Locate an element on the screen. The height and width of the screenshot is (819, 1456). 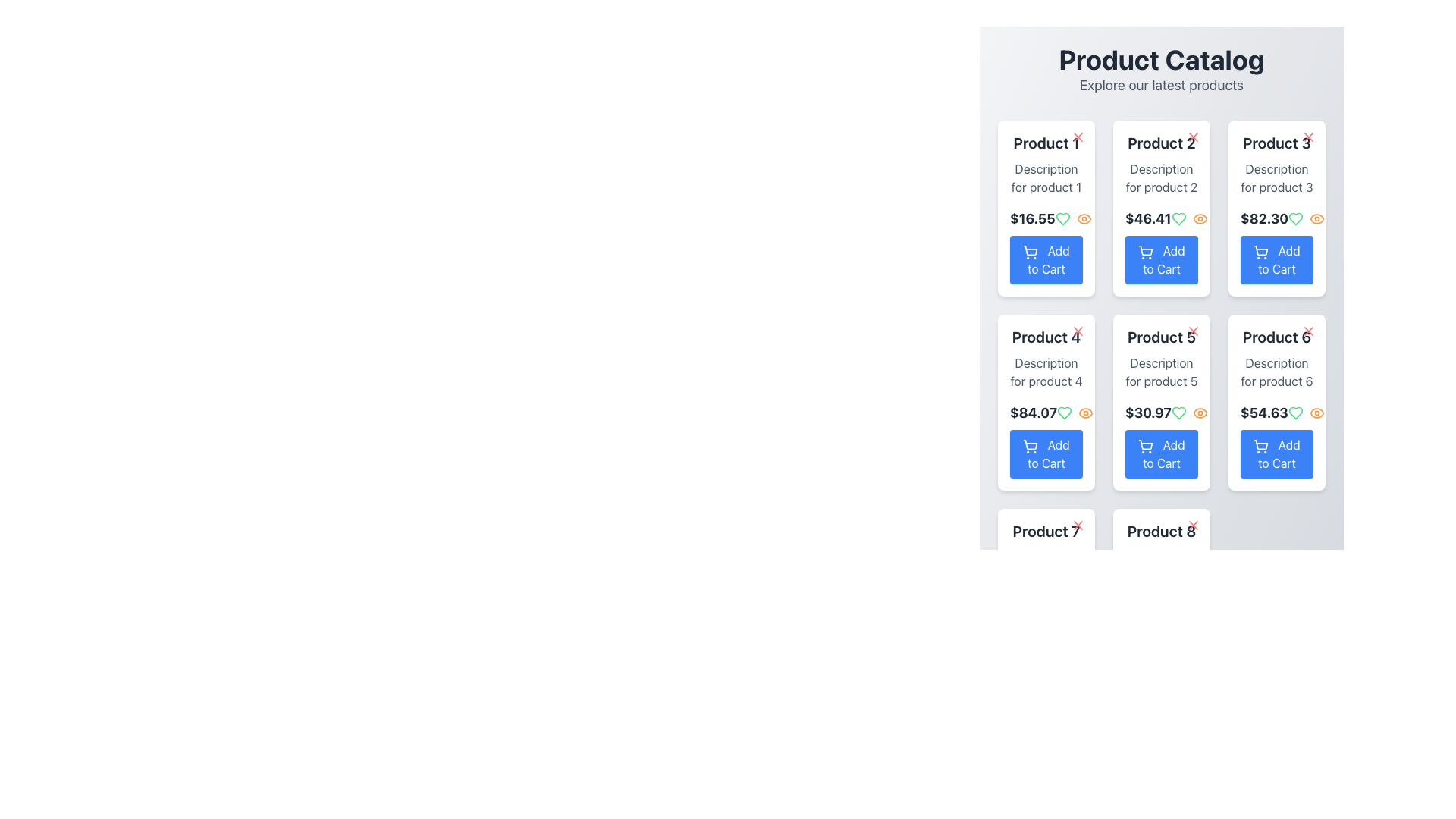
the close or dismiss SVG icon located at the bottom-right of the 'Product 8' card is located at coordinates (1193, 525).